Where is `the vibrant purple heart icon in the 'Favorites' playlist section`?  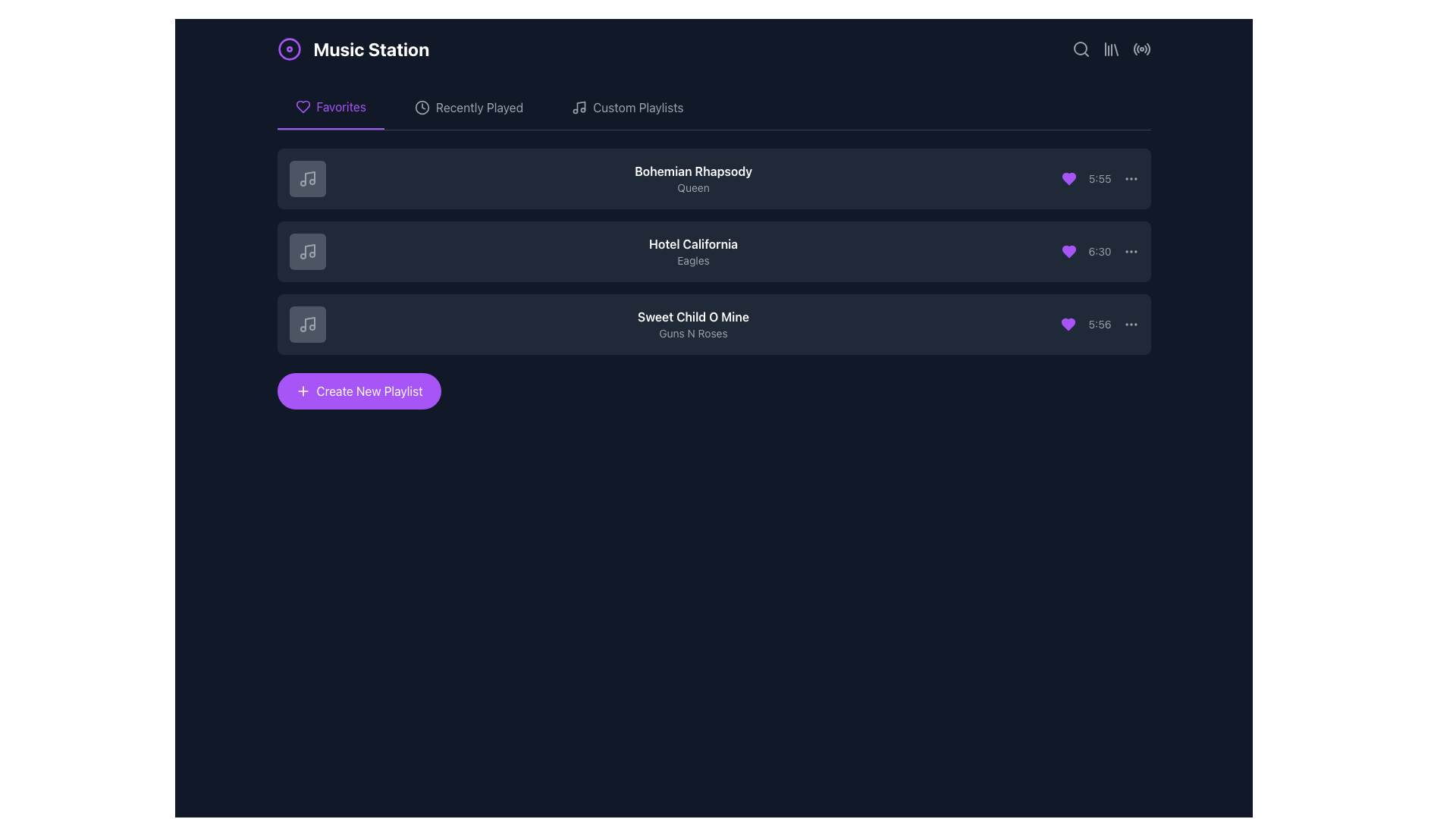
the vibrant purple heart icon in the 'Favorites' playlist section is located at coordinates (1068, 177).